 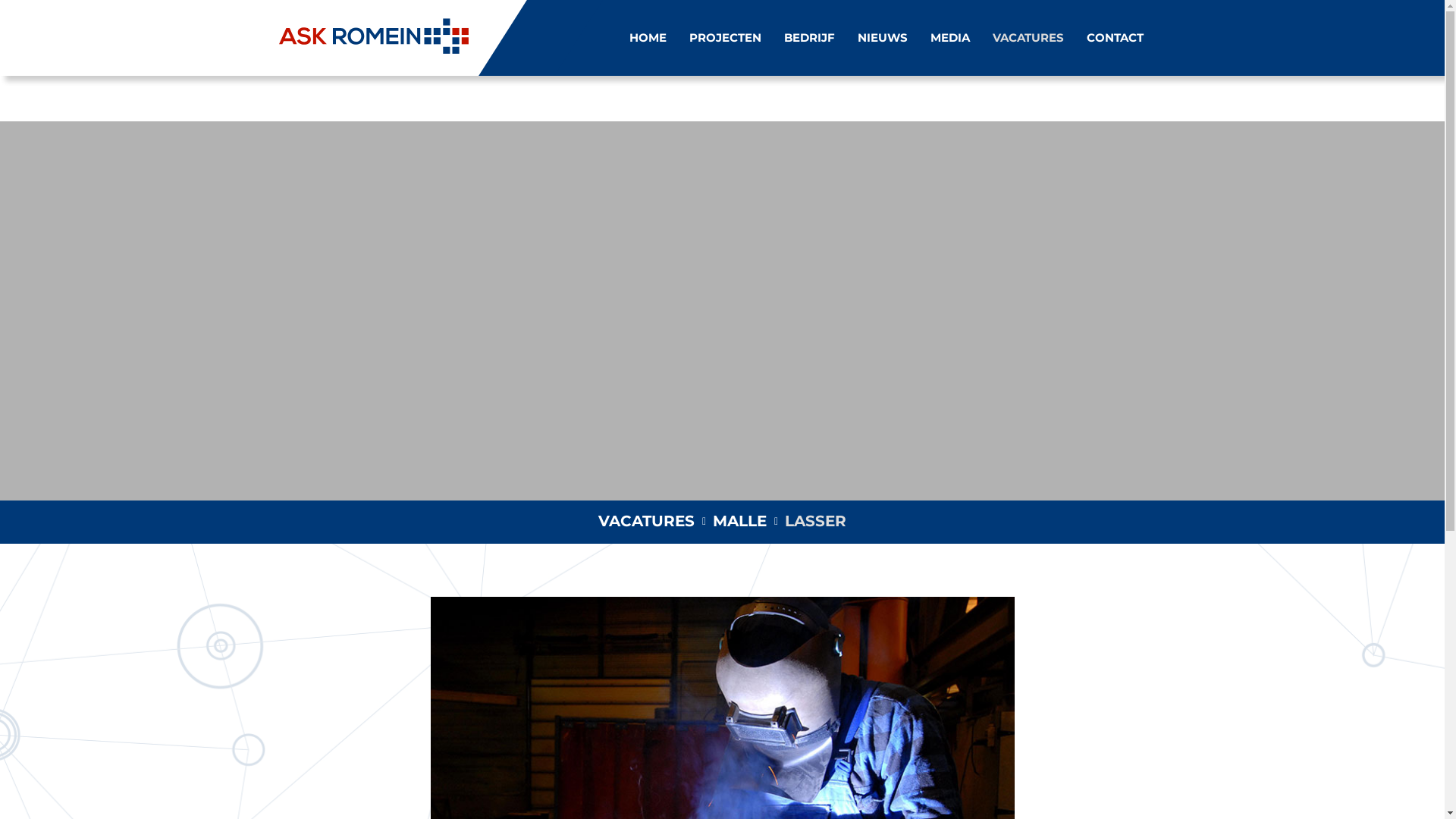 I want to click on 'MALLE', so click(x=739, y=519).